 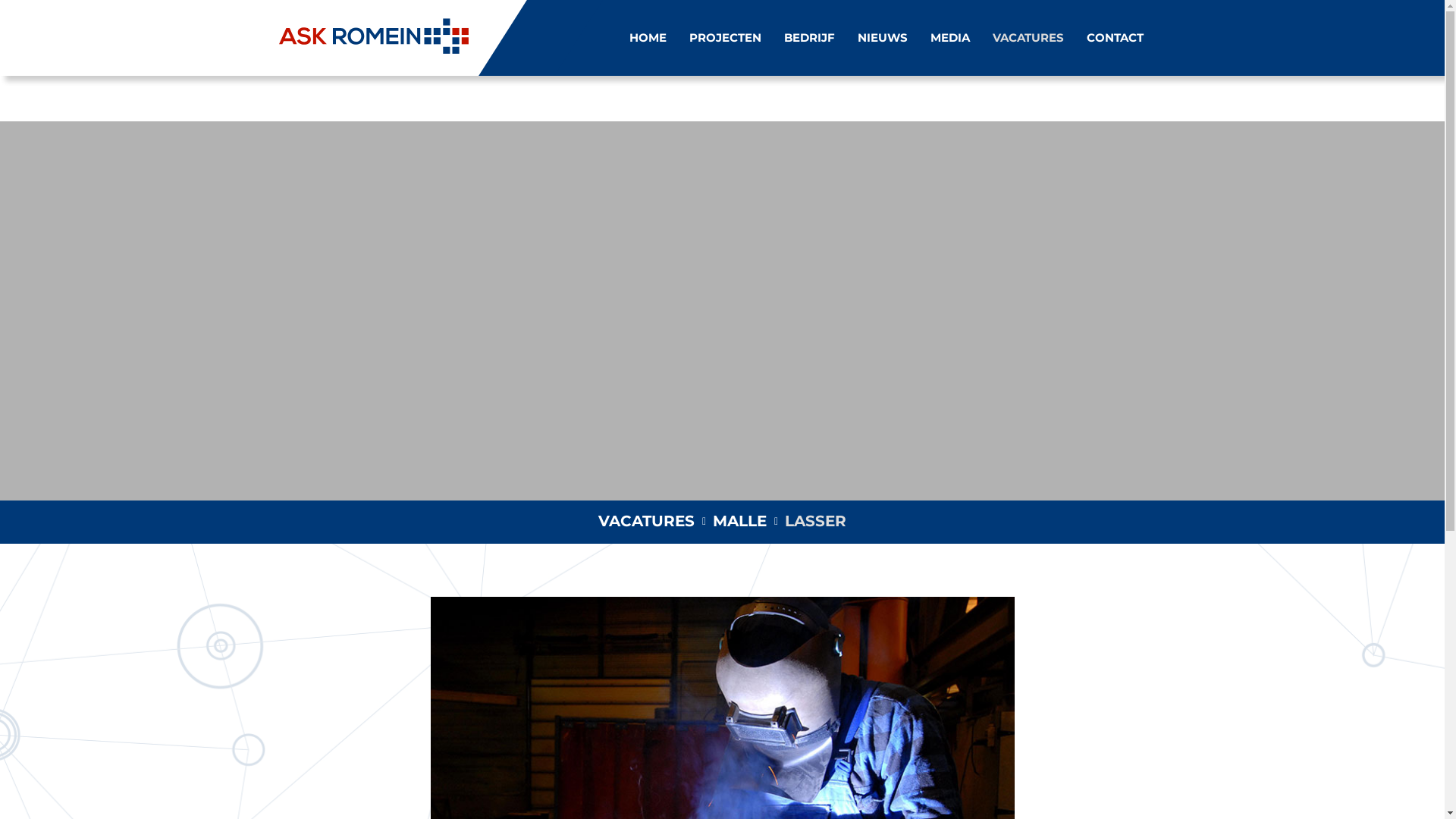 I want to click on 'MALLE', so click(x=739, y=519).